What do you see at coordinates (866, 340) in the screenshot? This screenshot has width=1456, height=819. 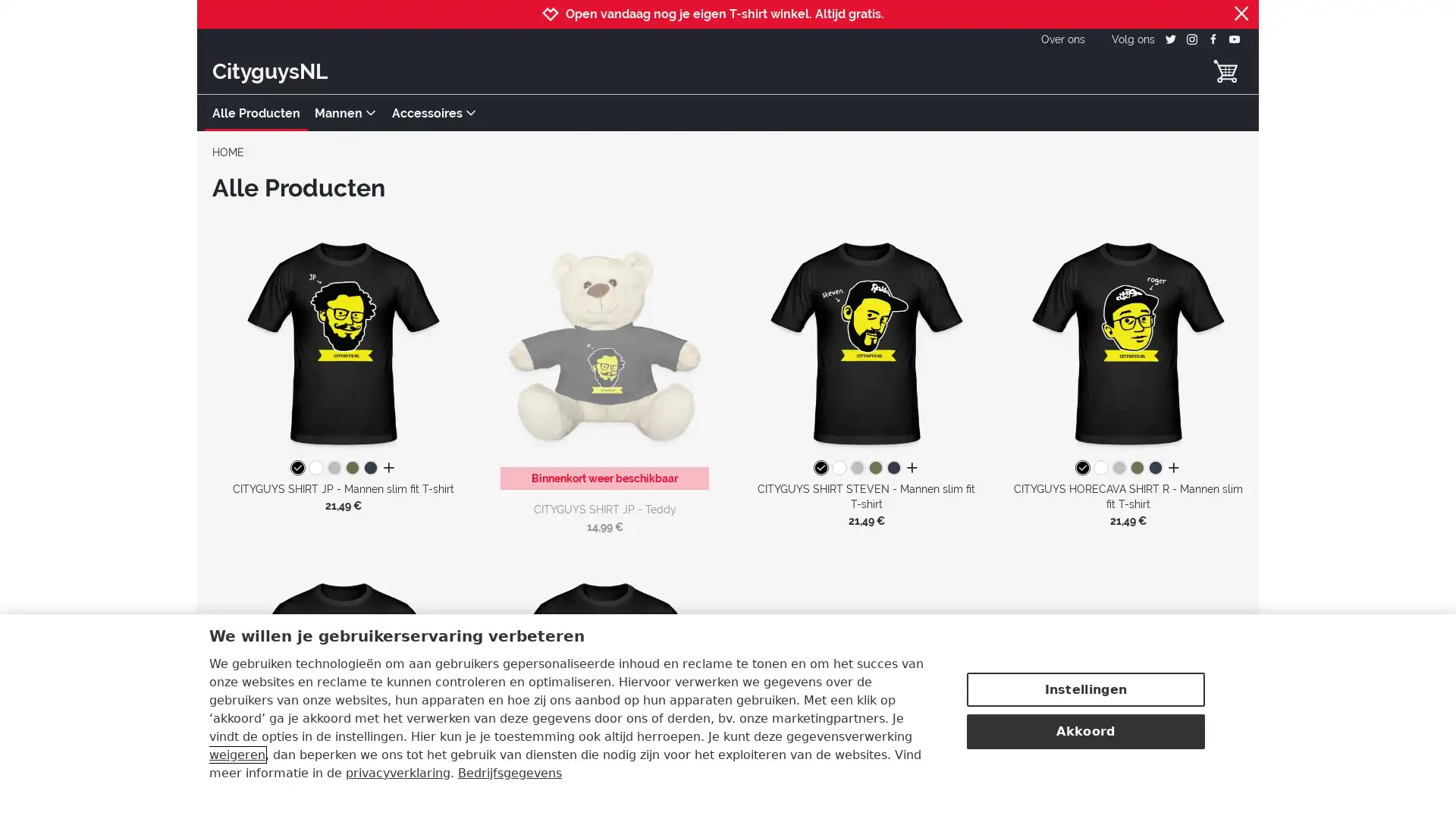 I see `CITYGUYS SHIRT STEVEN - Mannen slim fit T-shirt` at bounding box center [866, 340].